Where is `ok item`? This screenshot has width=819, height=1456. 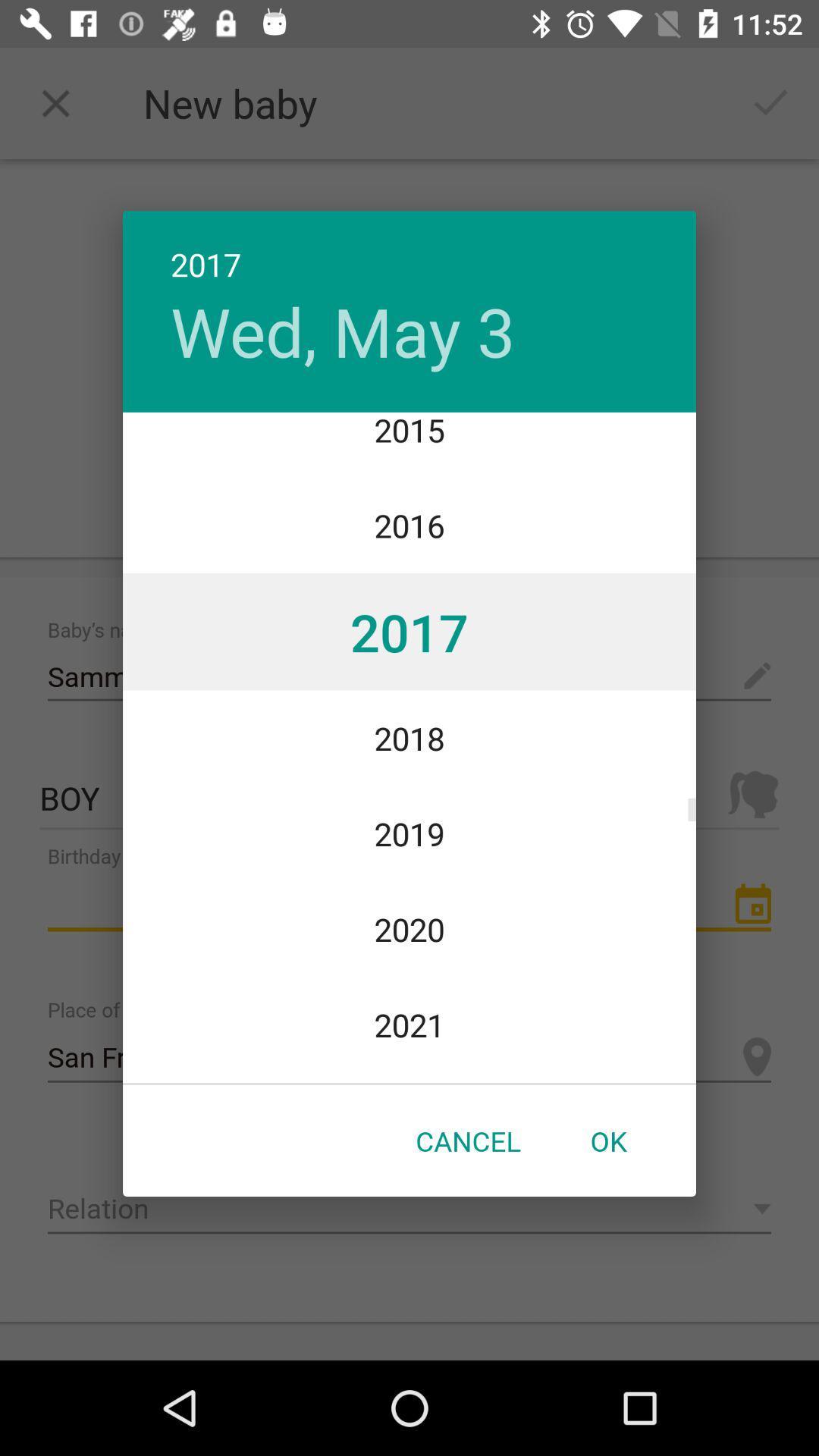 ok item is located at coordinates (607, 1141).